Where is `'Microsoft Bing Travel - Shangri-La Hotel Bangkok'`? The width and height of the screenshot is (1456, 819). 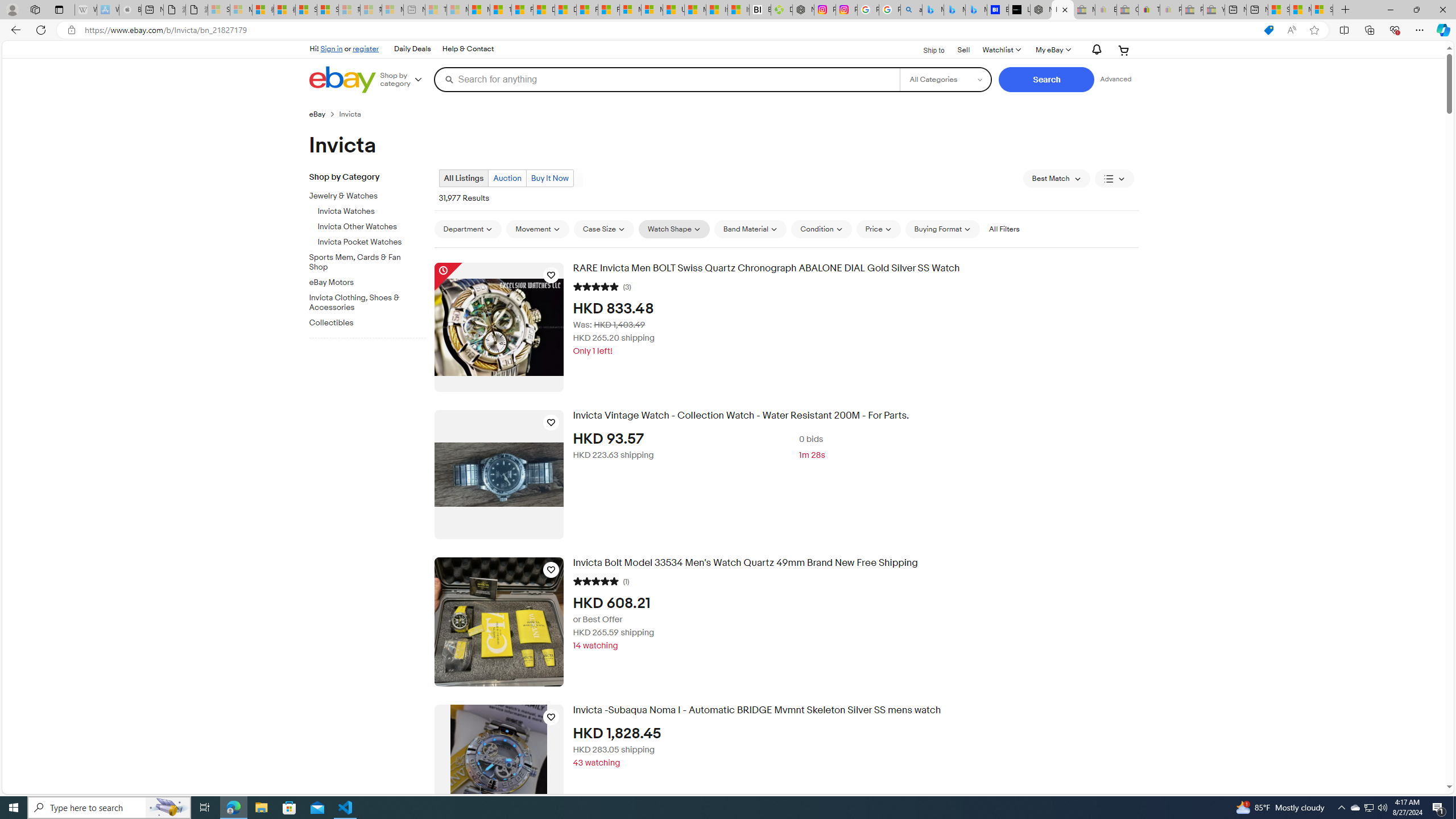
'Microsoft Bing Travel - Shangri-La Hotel Bangkok' is located at coordinates (976, 9).